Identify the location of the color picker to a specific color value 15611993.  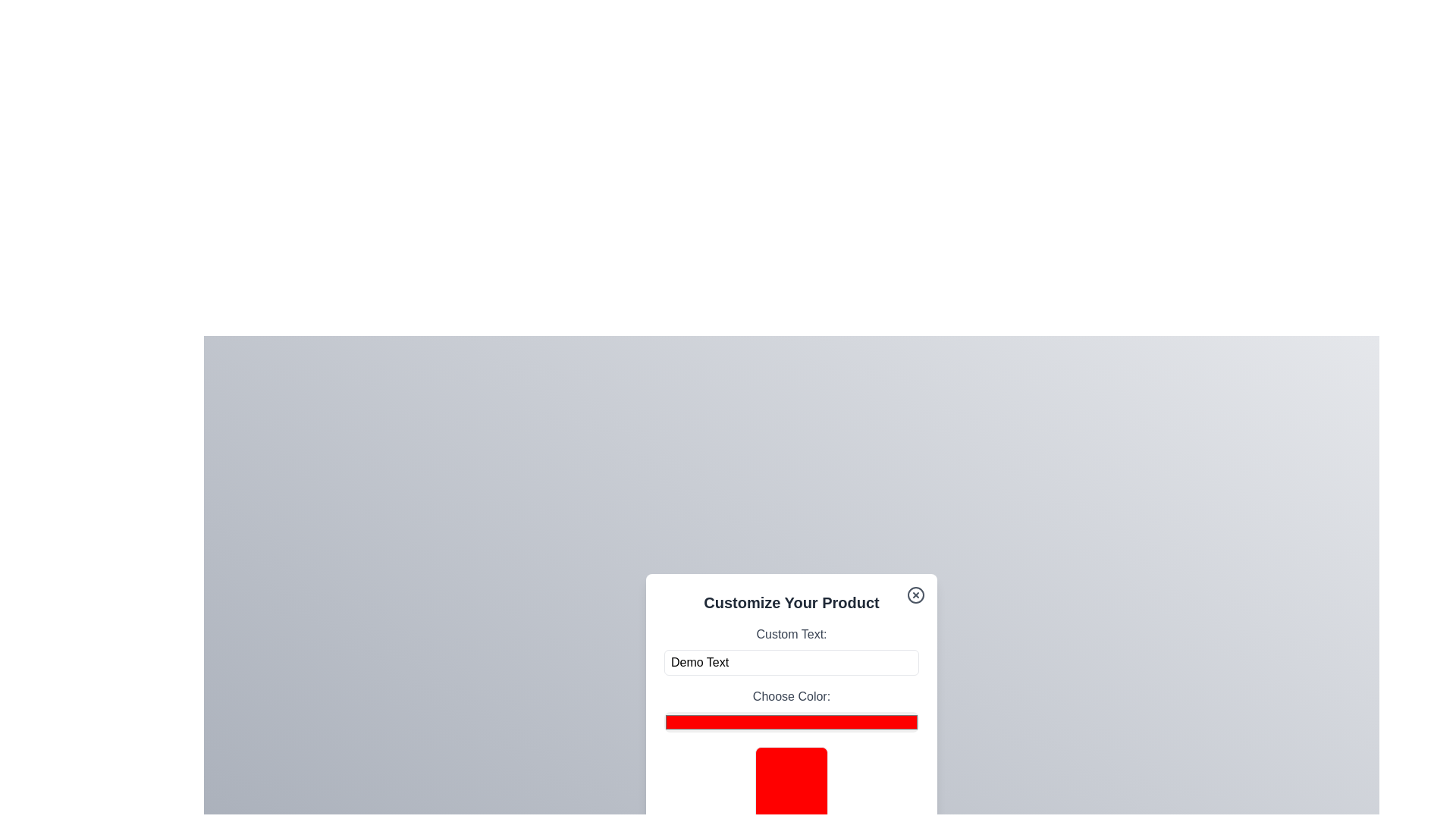
(790, 721).